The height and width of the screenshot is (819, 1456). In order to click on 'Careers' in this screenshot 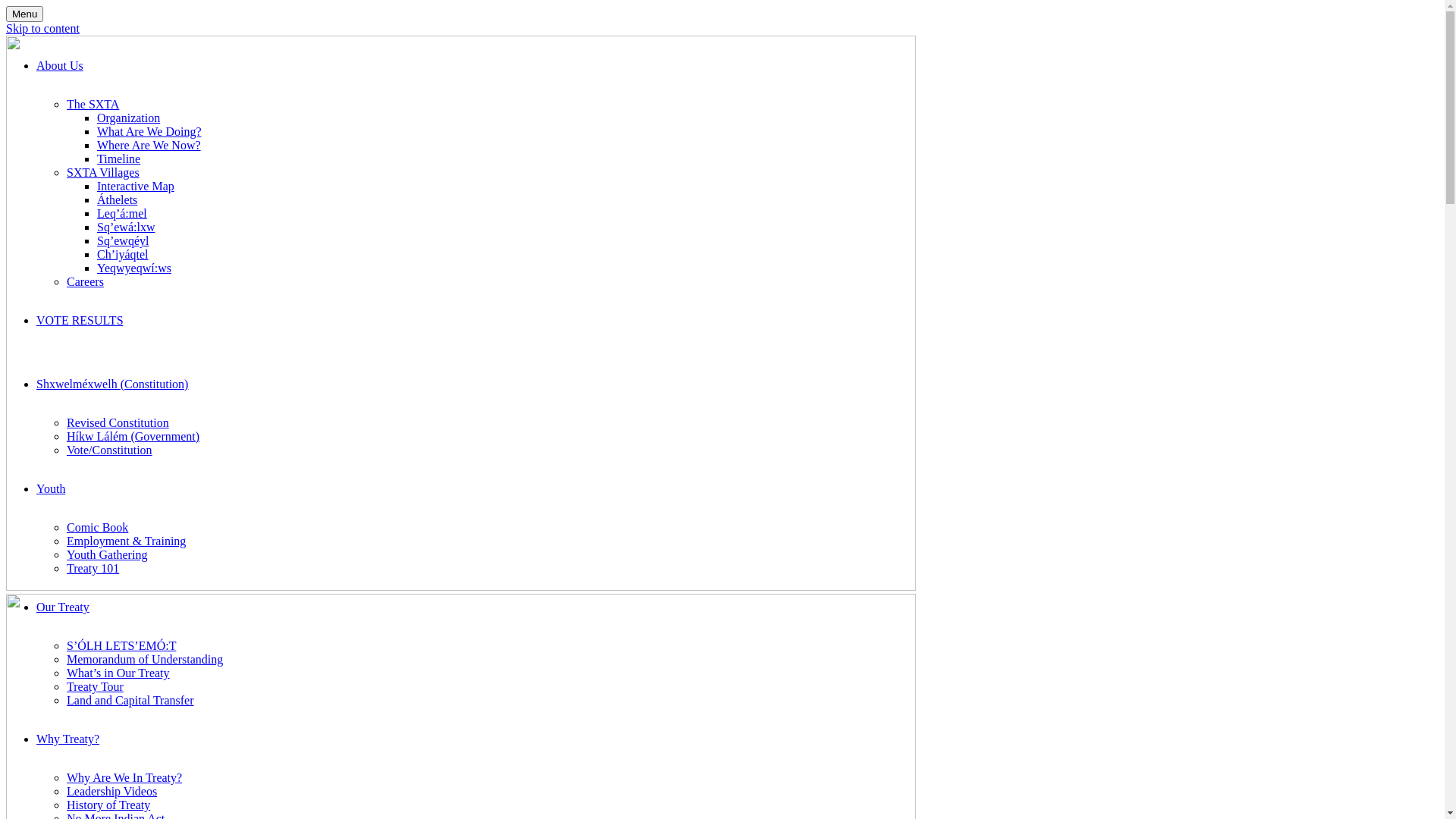, I will do `click(65, 281)`.